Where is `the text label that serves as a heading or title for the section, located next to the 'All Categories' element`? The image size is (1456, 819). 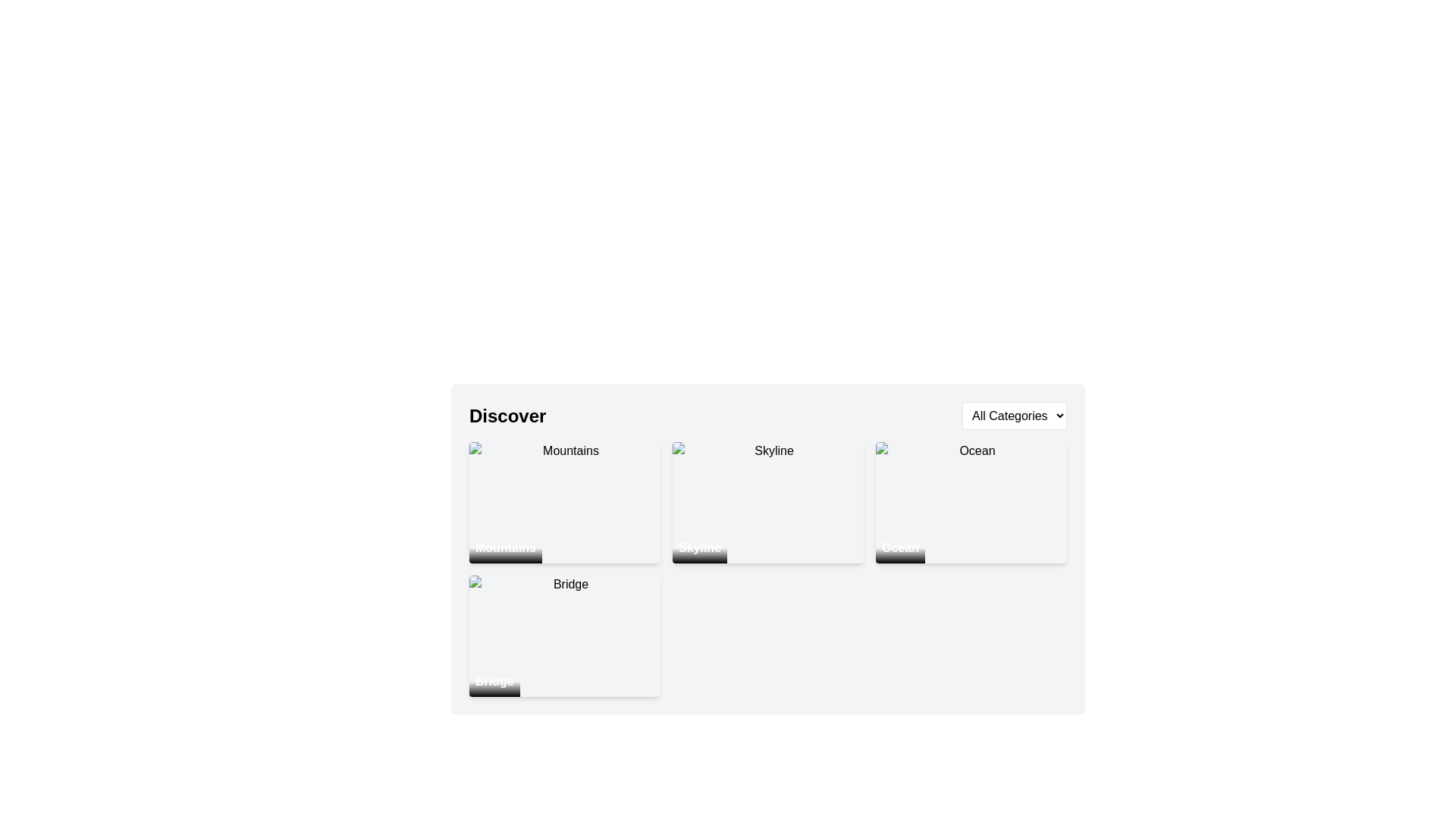 the text label that serves as a heading or title for the section, located next to the 'All Categories' element is located at coordinates (507, 416).